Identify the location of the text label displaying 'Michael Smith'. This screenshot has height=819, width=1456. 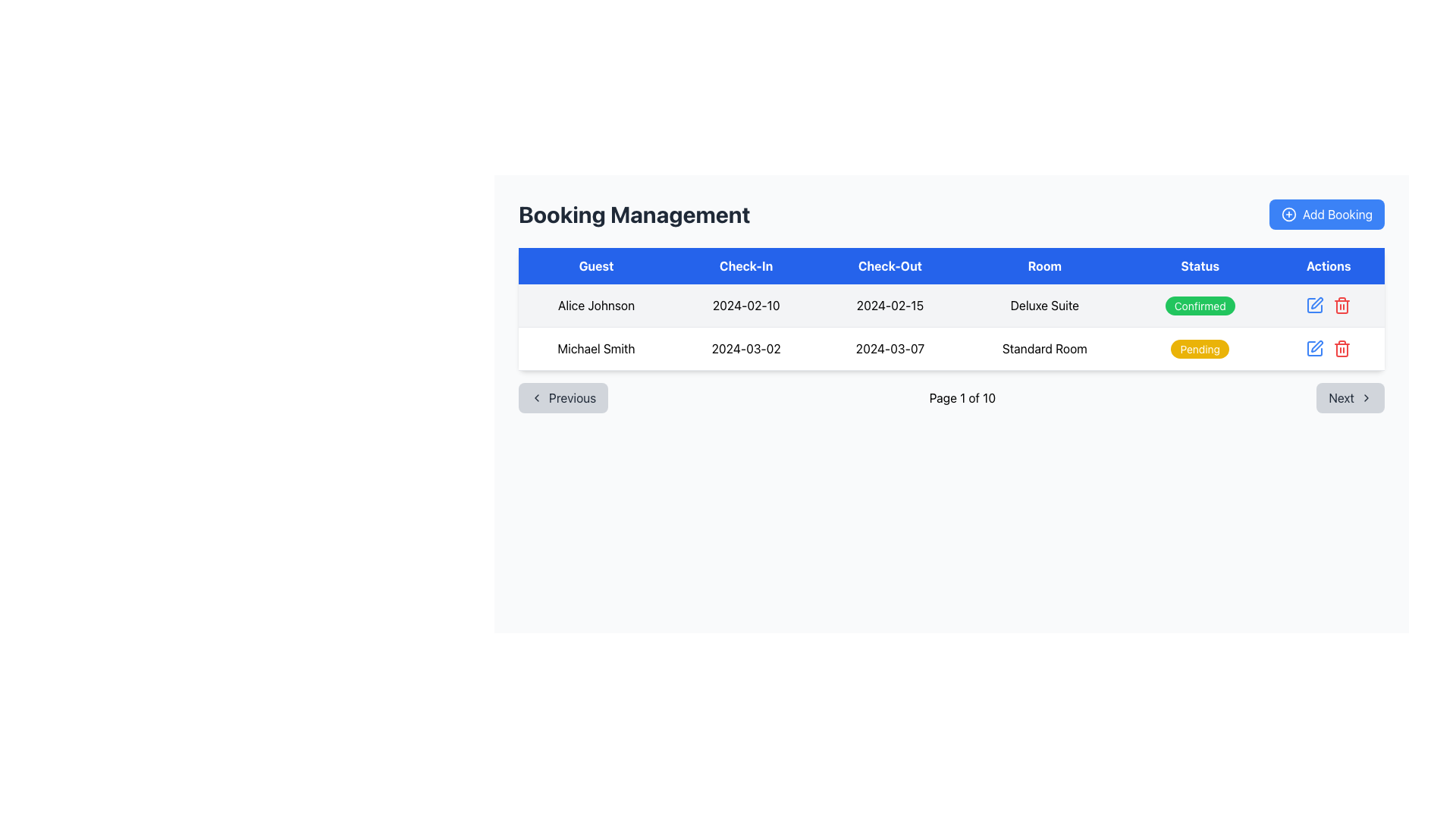
(595, 348).